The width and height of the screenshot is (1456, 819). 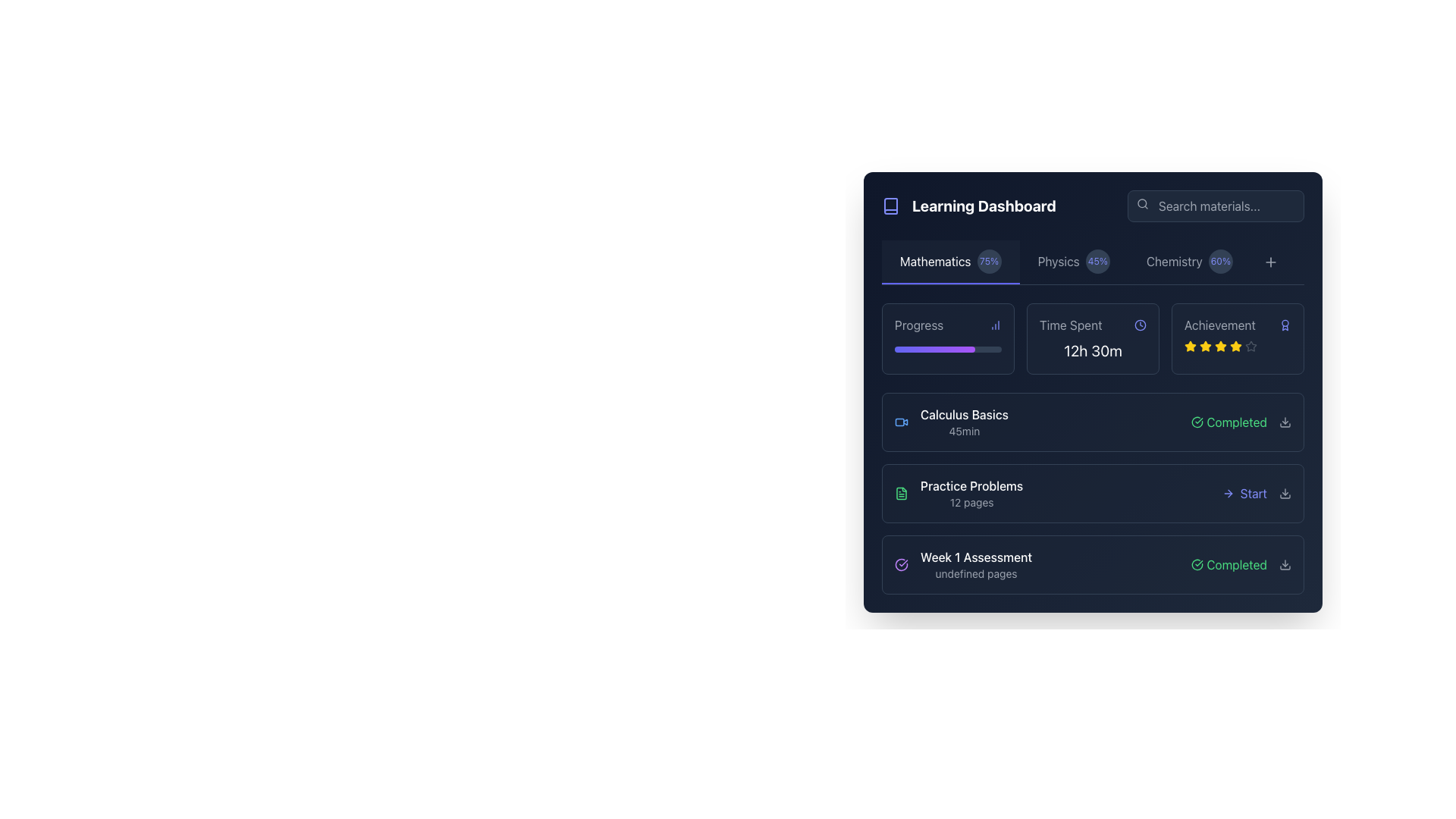 I want to click on the sixth unselected star in the star rating system within the 'Achievement' section, so click(x=1251, y=346).